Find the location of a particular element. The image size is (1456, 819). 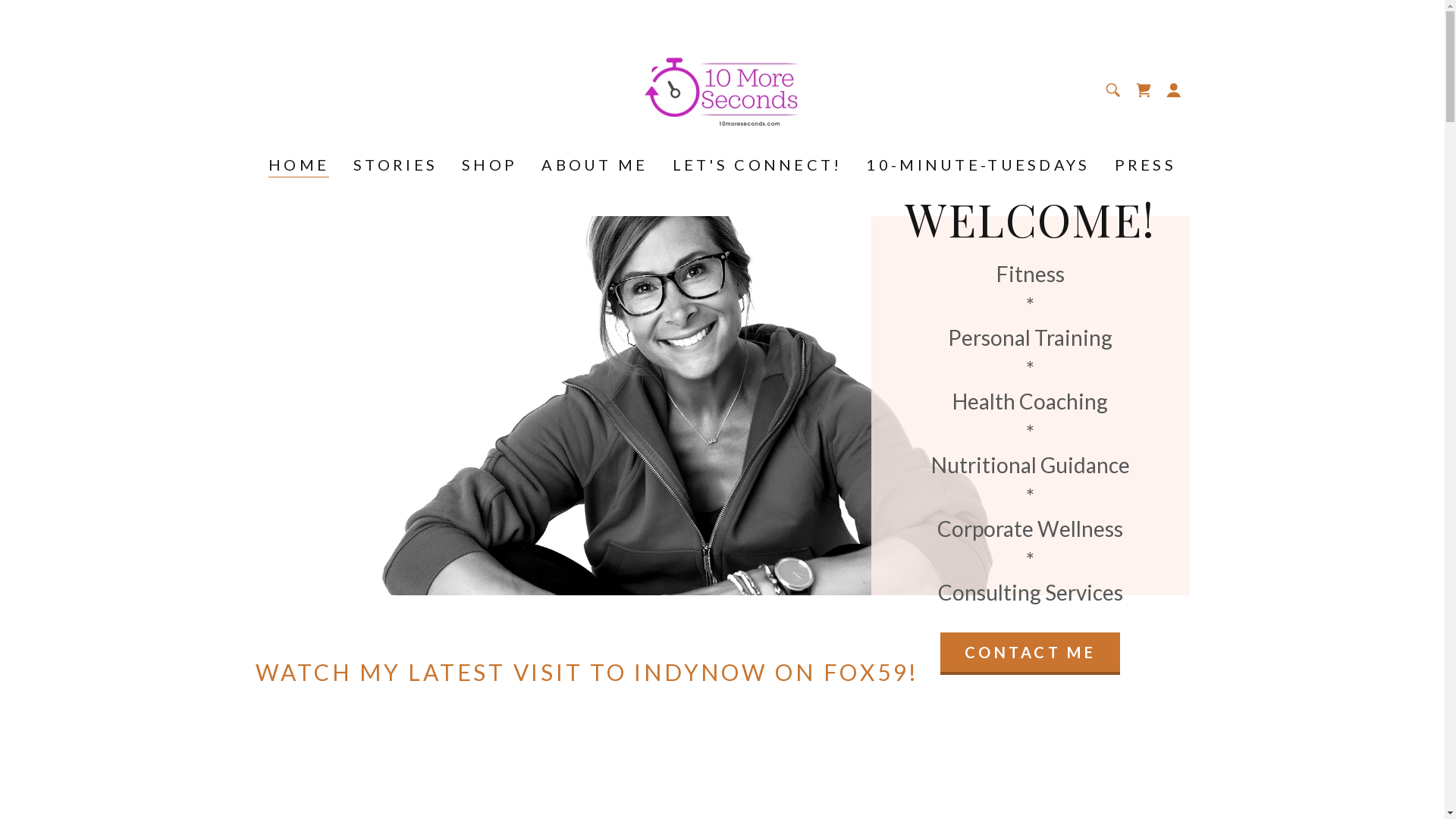

'SHOP' is located at coordinates (457, 164).